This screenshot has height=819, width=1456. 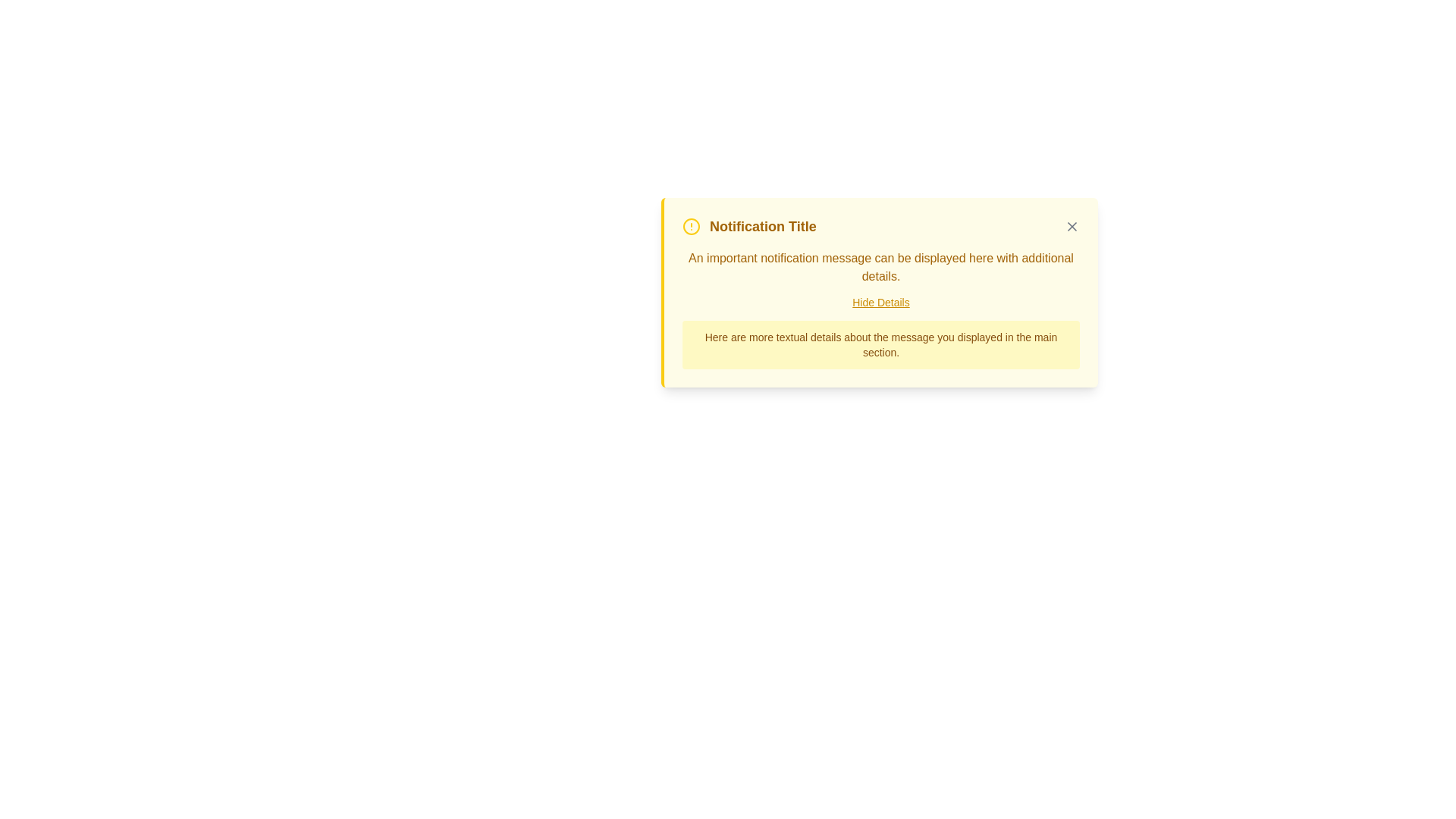 I want to click on the text label displaying 'Here are more textual details about the message you displayed in the main section.', styled with small yellow text in a notification context, so click(x=880, y=345).